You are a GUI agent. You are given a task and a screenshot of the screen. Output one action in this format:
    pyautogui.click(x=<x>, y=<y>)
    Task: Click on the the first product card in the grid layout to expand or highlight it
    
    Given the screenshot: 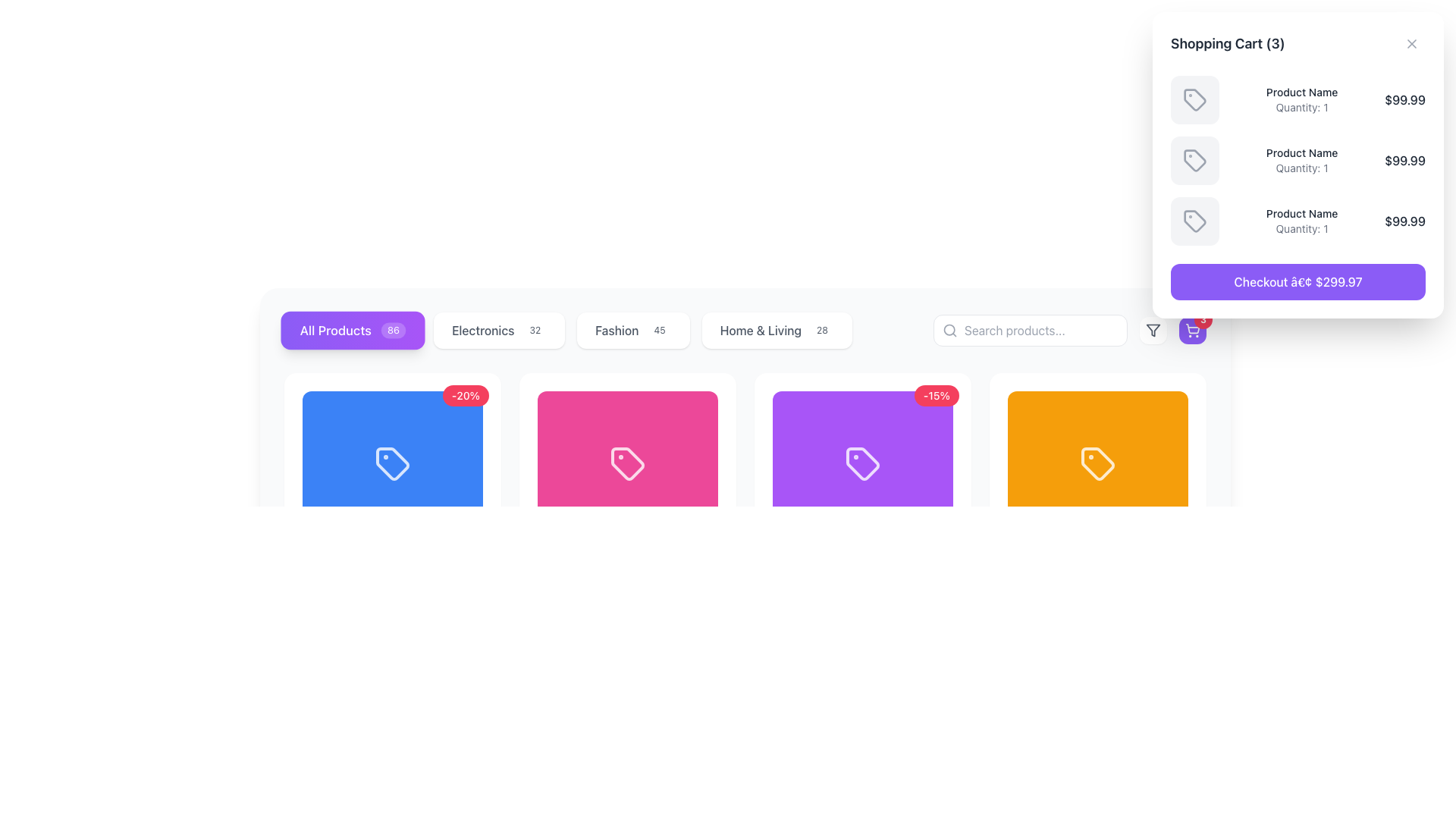 What is the action you would take?
    pyautogui.click(x=393, y=511)
    